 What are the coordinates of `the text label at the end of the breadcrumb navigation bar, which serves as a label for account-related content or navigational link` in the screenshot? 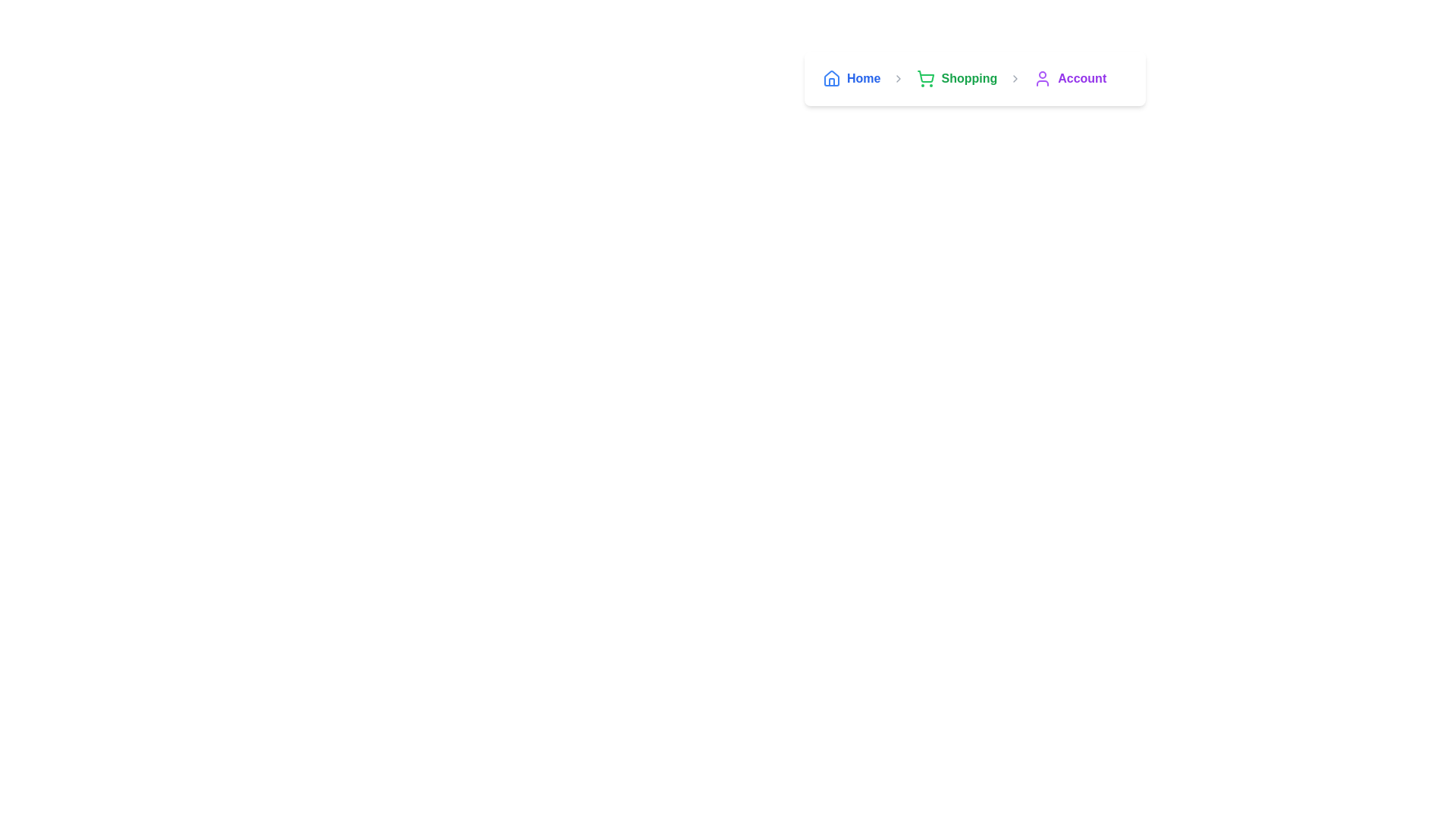 It's located at (1081, 79).